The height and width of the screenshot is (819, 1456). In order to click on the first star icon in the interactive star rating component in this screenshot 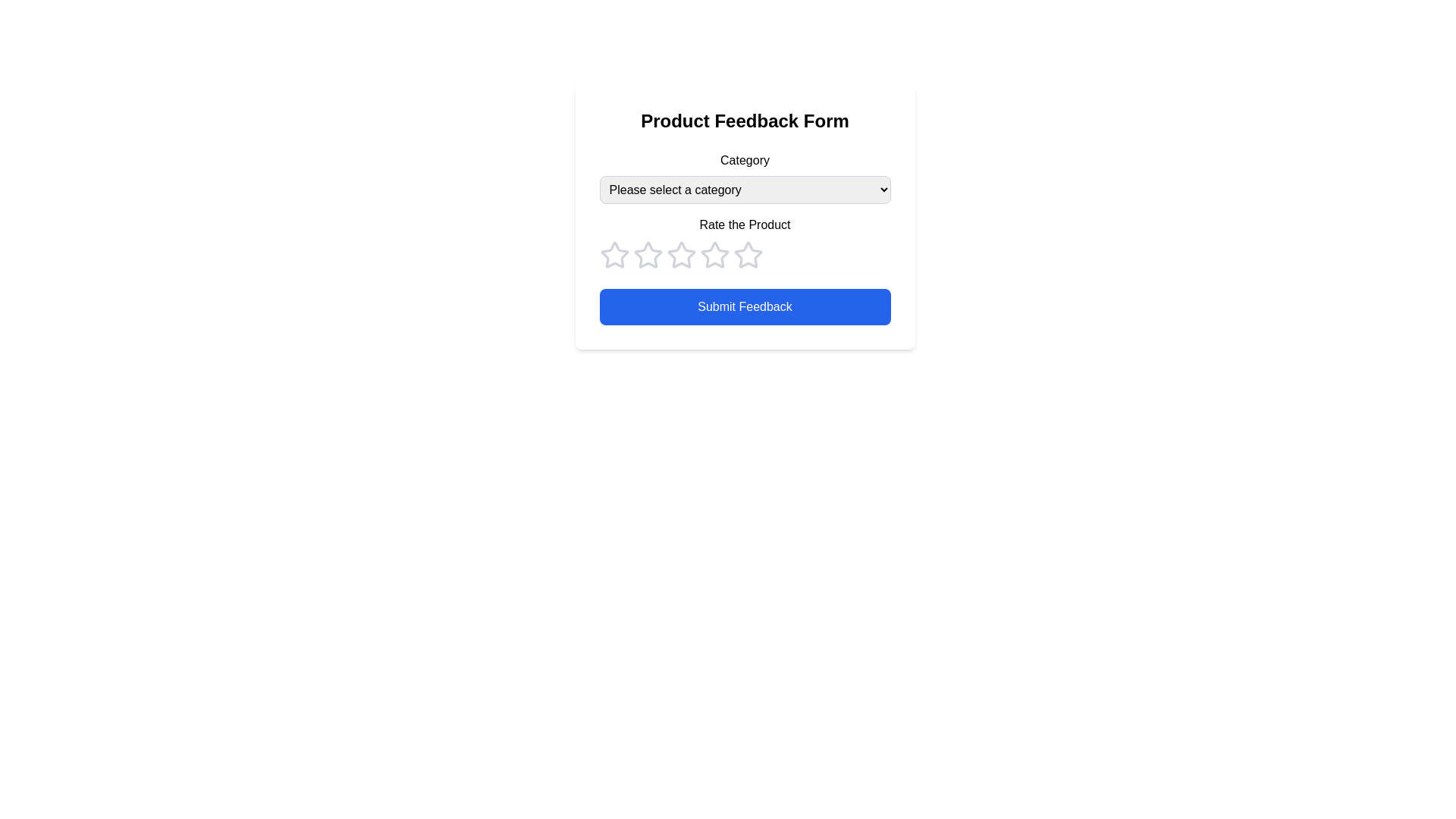, I will do `click(614, 254)`.